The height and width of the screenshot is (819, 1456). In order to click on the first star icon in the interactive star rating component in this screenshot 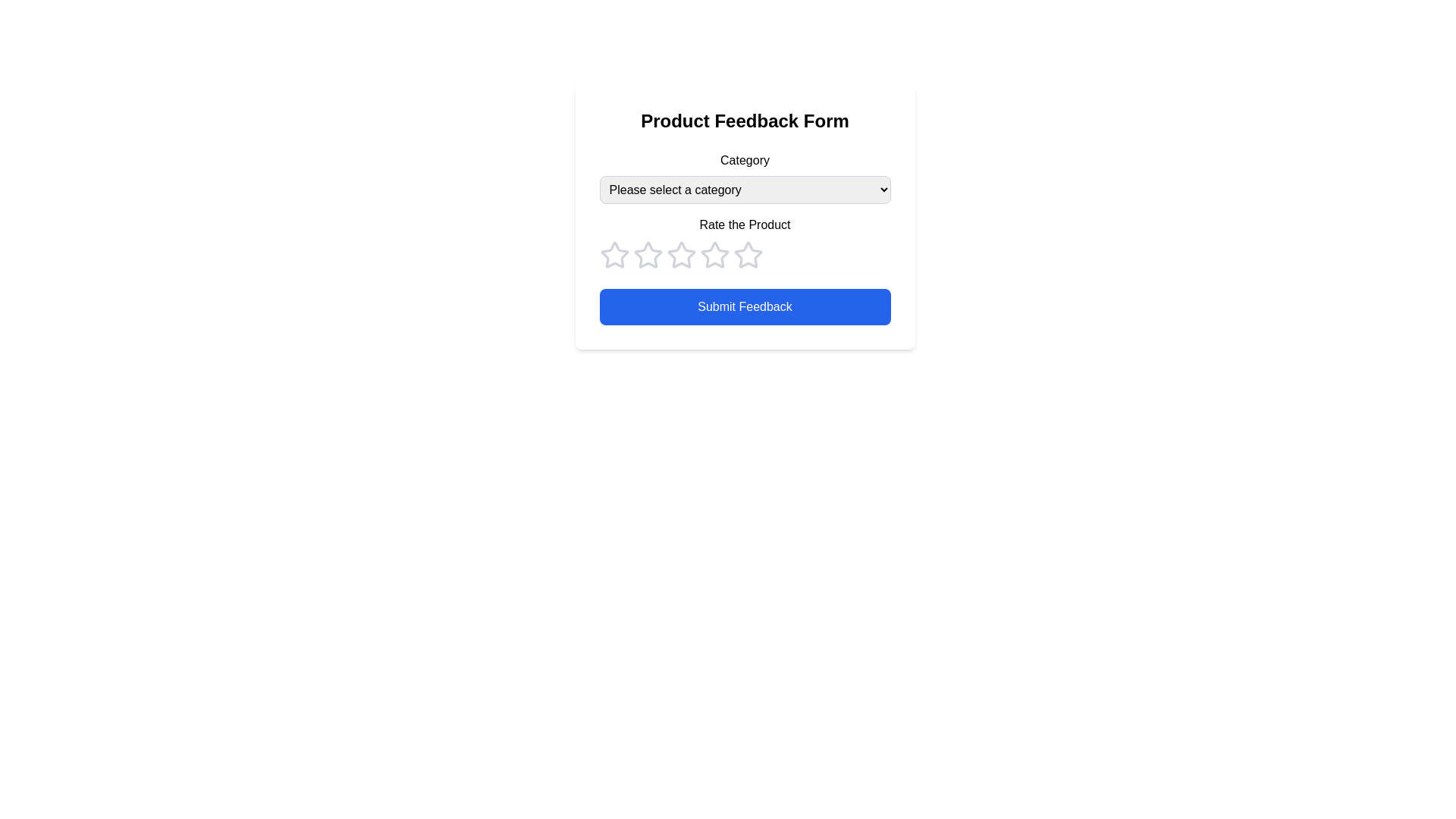, I will do `click(614, 254)`.